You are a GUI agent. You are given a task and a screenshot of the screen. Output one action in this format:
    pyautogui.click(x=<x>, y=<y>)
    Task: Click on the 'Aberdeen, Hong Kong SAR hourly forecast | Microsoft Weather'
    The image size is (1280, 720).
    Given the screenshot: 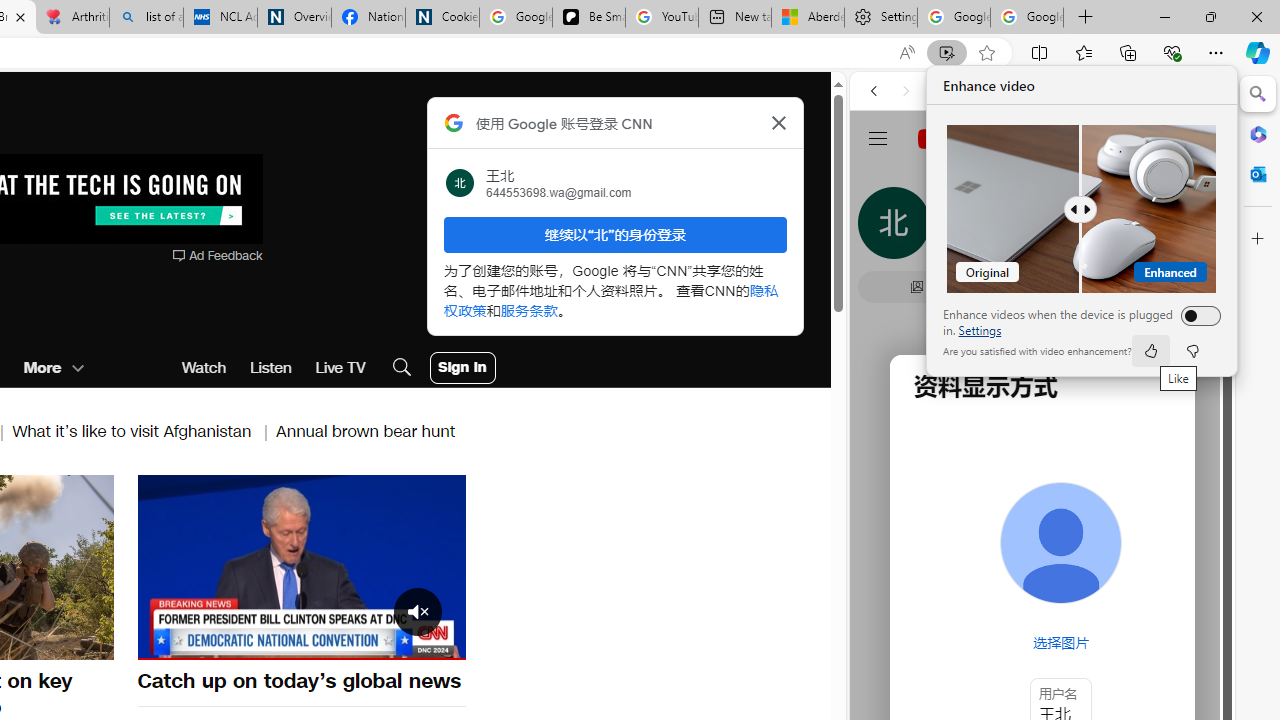 What is the action you would take?
    pyautogui.click(x=807, y=17)
    